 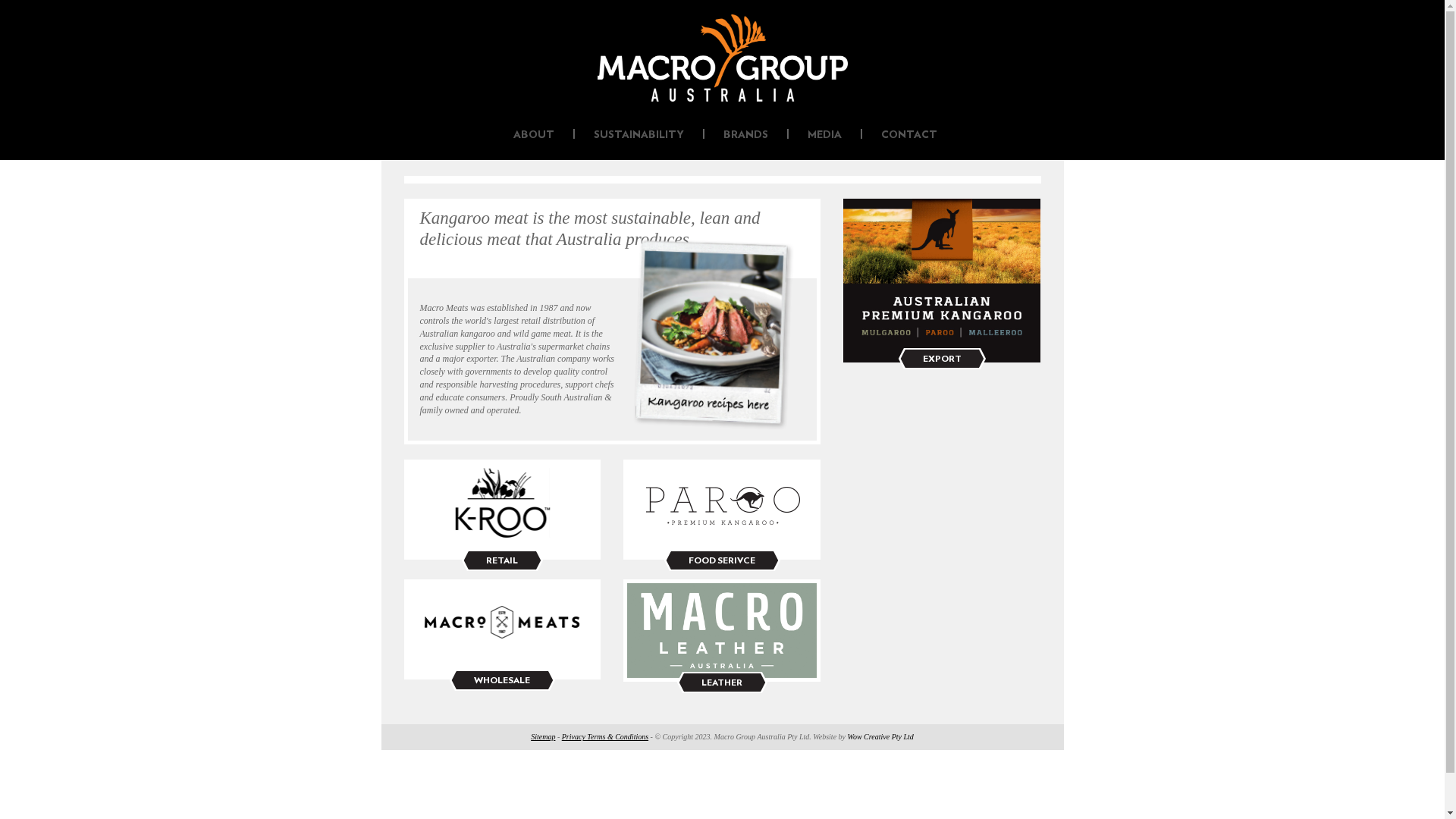 I want to click on 'ABOUT', so click(x=534, y=133).